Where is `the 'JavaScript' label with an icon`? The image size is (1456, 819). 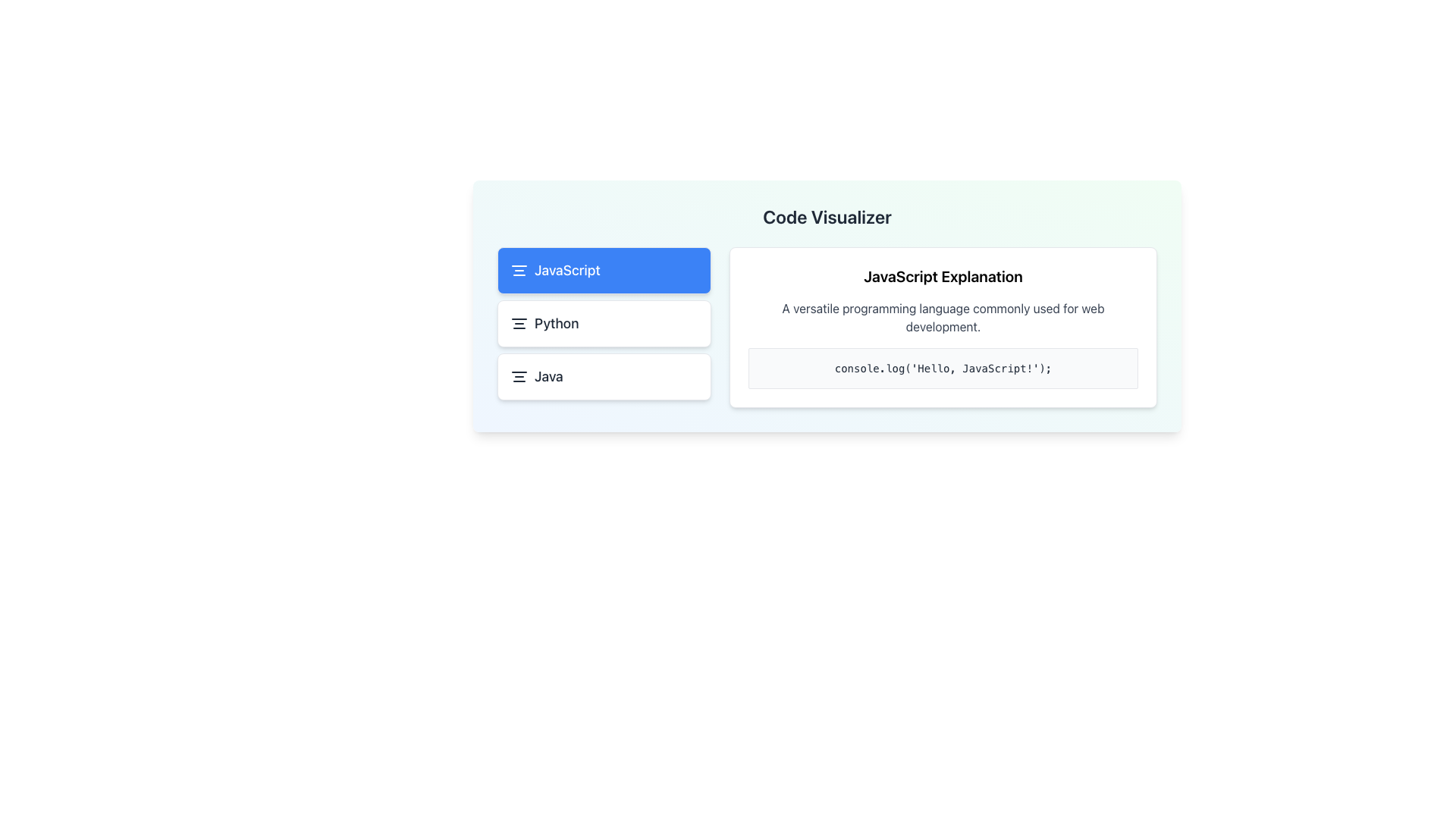 the 'JavaScript' label with an icon is located at coordinates (603, 270).